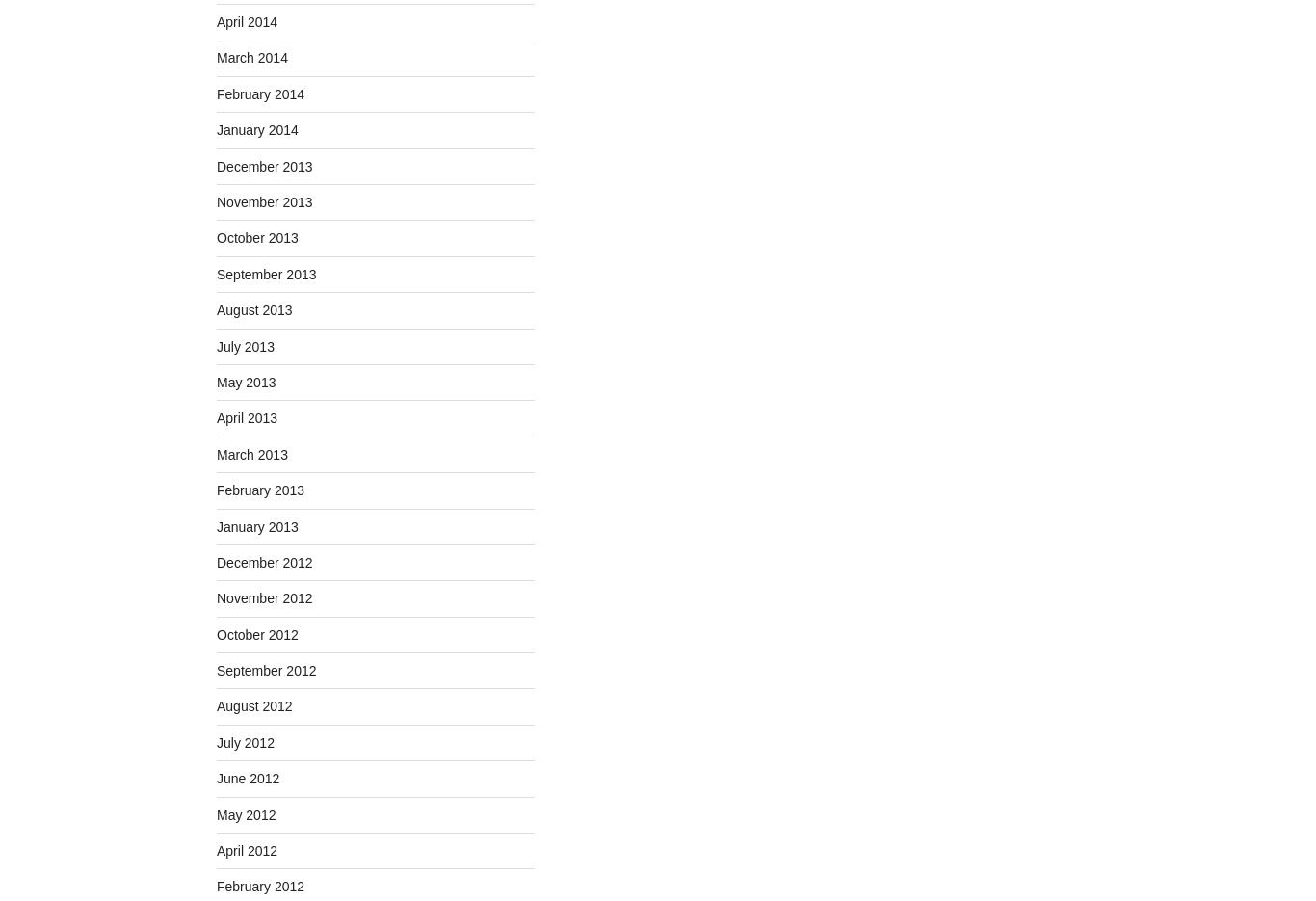 This screenshot has height=901, width=1316. What do you see at coordinates (266, 272) in the screenshot?
I see `'September 2013'` at bounding box center [266, 272].